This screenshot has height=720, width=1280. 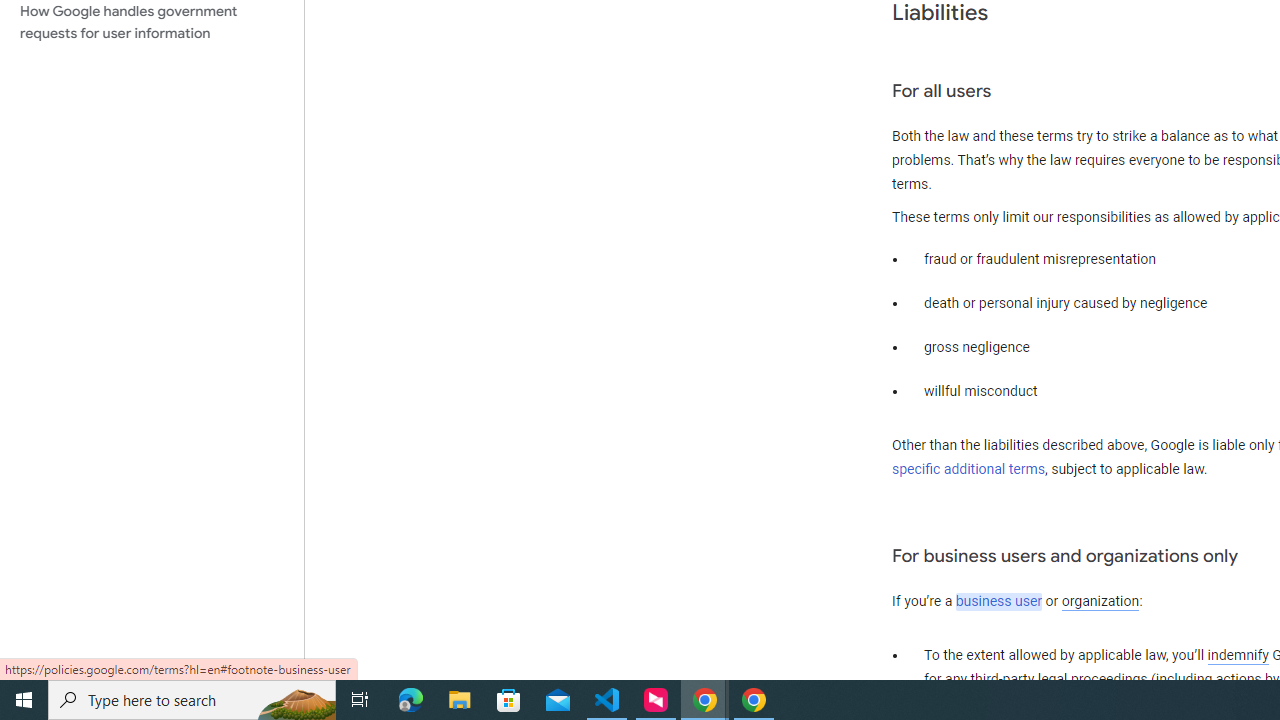 I want to click on 'organization', so click(x=1099, y=601).